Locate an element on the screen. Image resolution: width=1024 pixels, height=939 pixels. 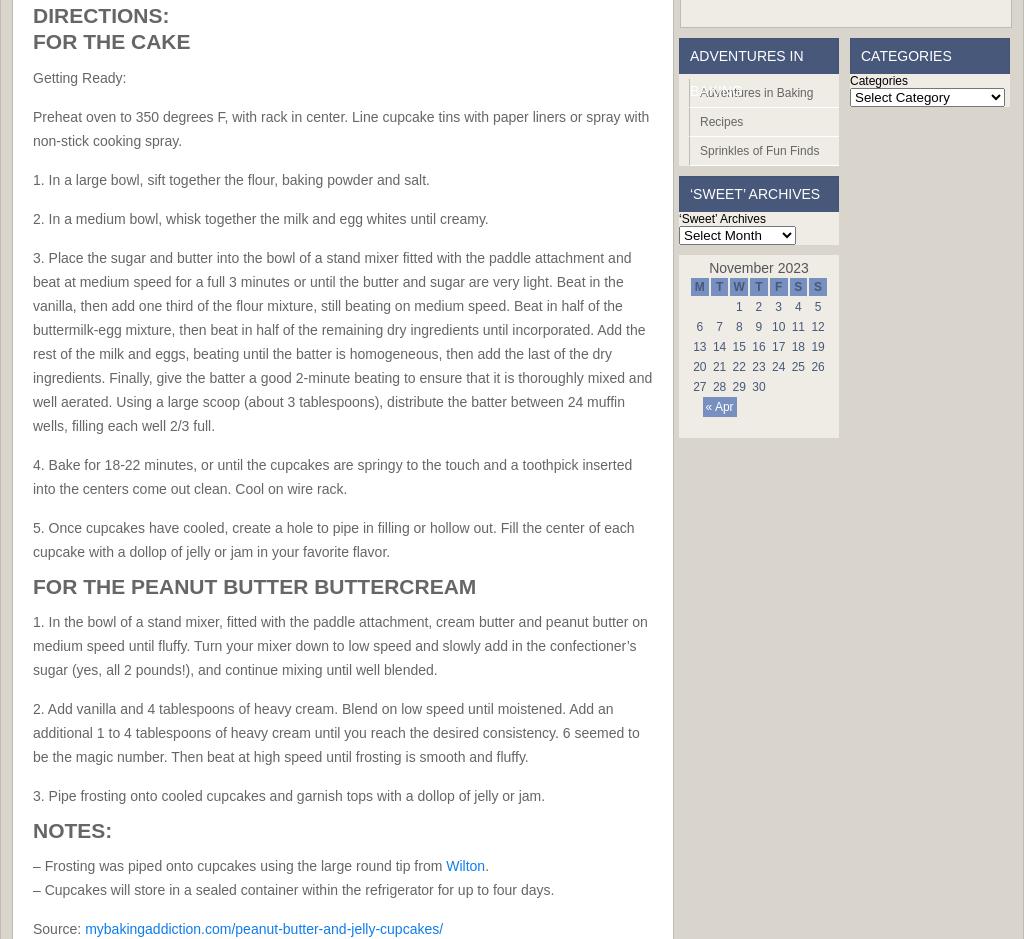
'– Frosting was piped onto cupcakes using the large round tip from' is located at coordinates (32, 865).